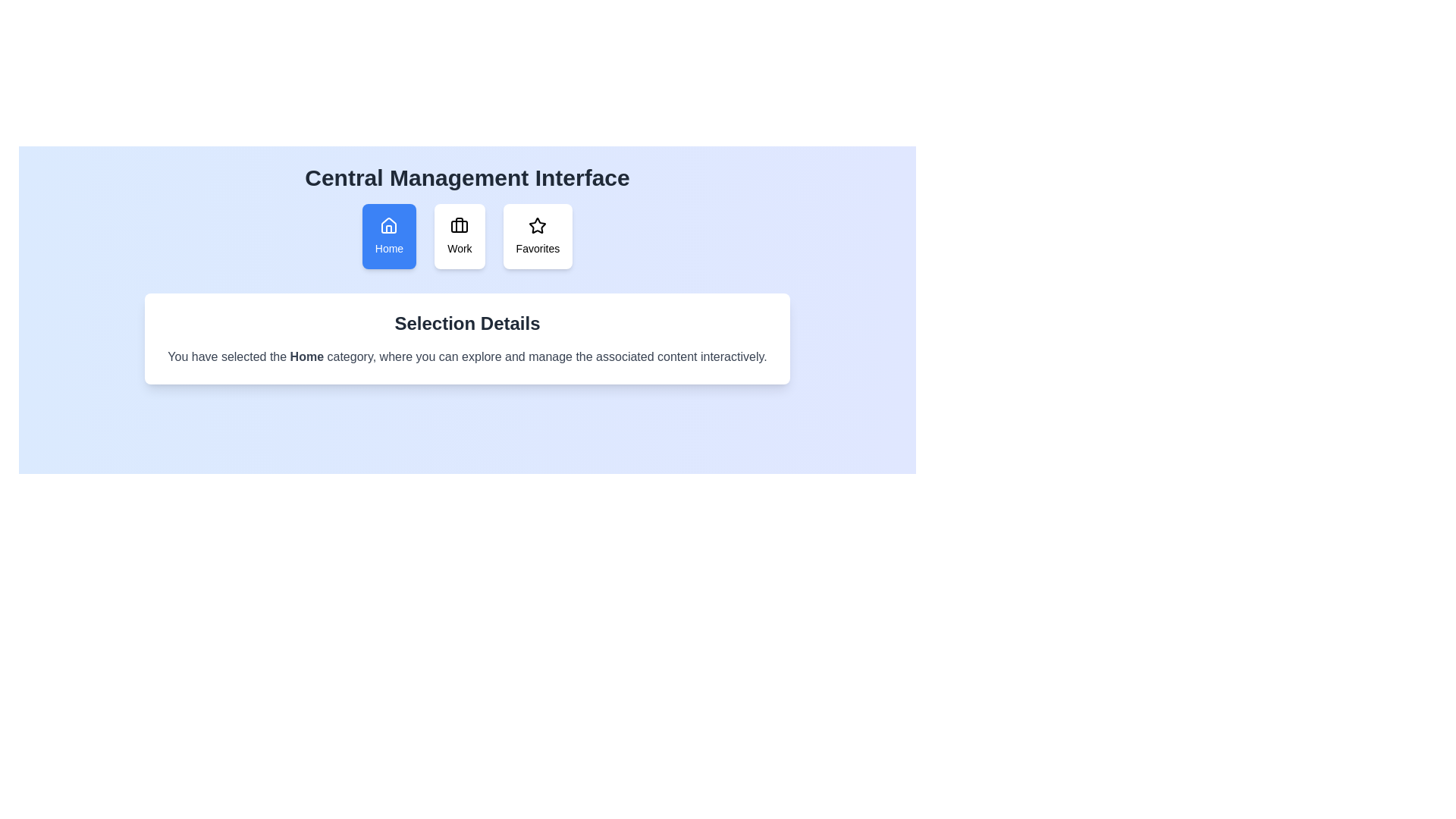 Image resolution: width=1456 pixels, height=819 pixels. Describe the element at coordinates (538, 225) in the screenshot. I see `the hollow star icon with black outlines located above the 'Favorites' label in the third card of the three-card layout` at that location.